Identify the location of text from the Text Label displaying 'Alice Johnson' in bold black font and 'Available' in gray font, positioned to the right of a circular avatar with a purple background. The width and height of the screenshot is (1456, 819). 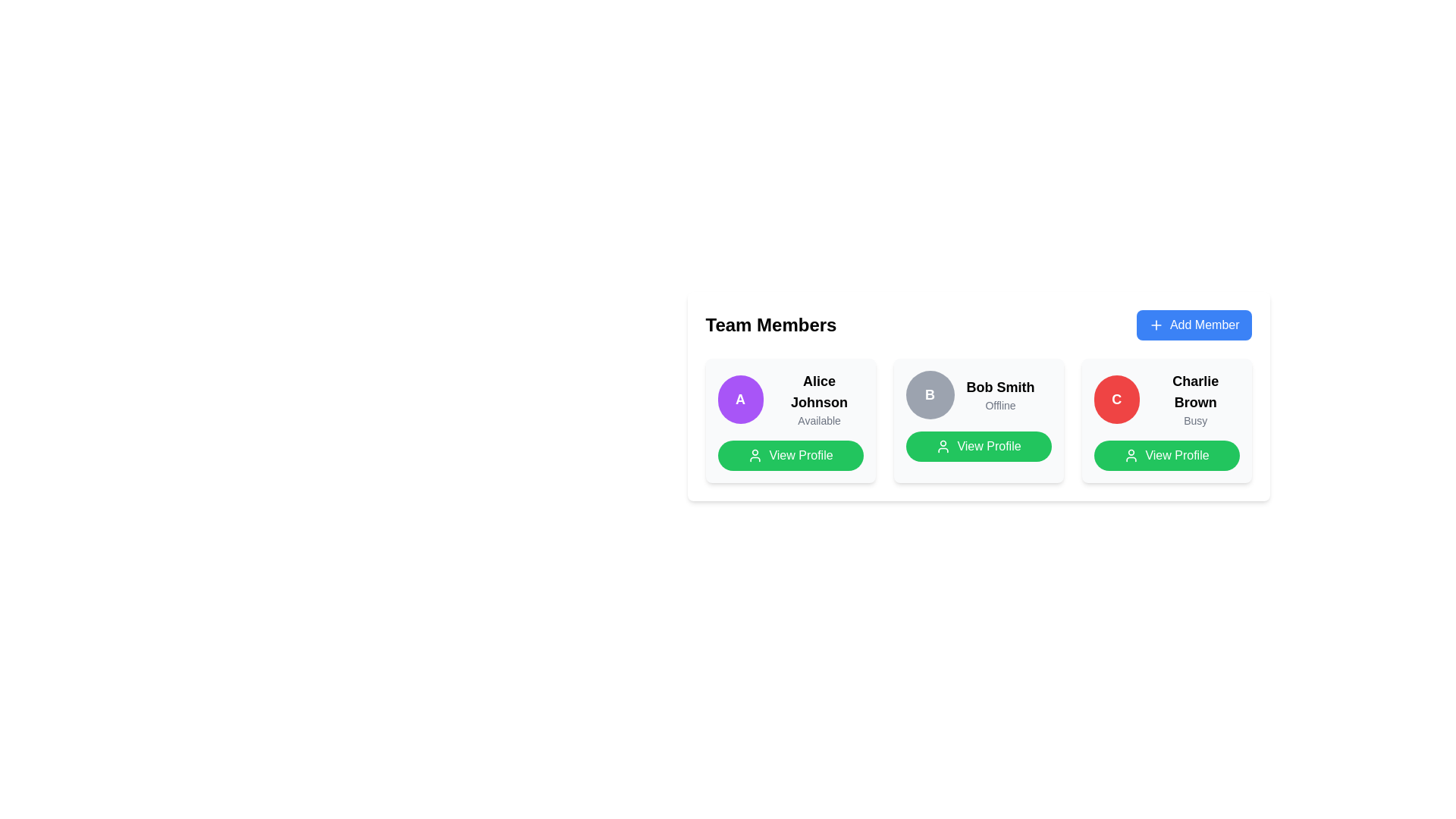
(818, 399).